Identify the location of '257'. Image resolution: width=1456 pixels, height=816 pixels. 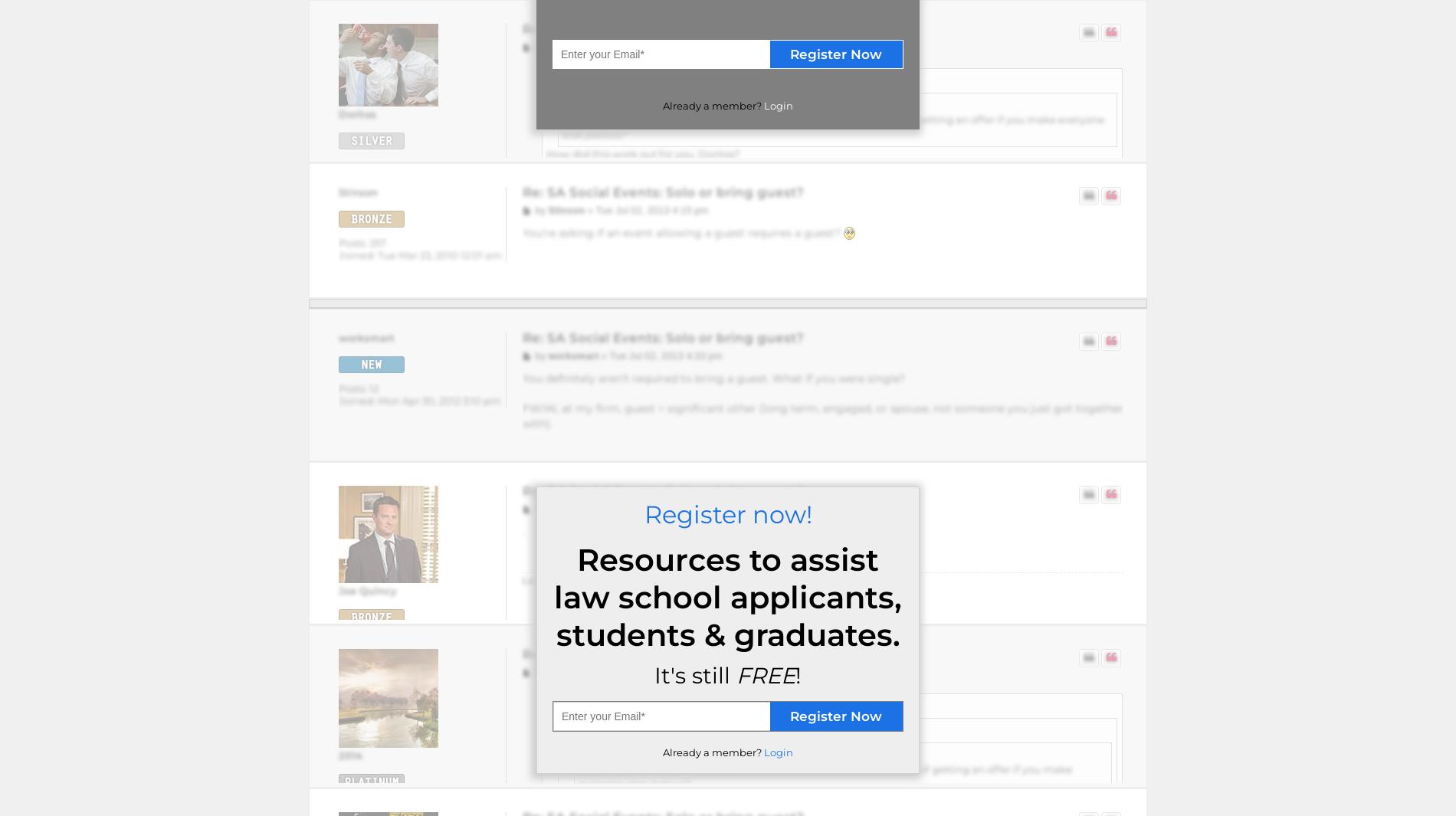
(376, 242).